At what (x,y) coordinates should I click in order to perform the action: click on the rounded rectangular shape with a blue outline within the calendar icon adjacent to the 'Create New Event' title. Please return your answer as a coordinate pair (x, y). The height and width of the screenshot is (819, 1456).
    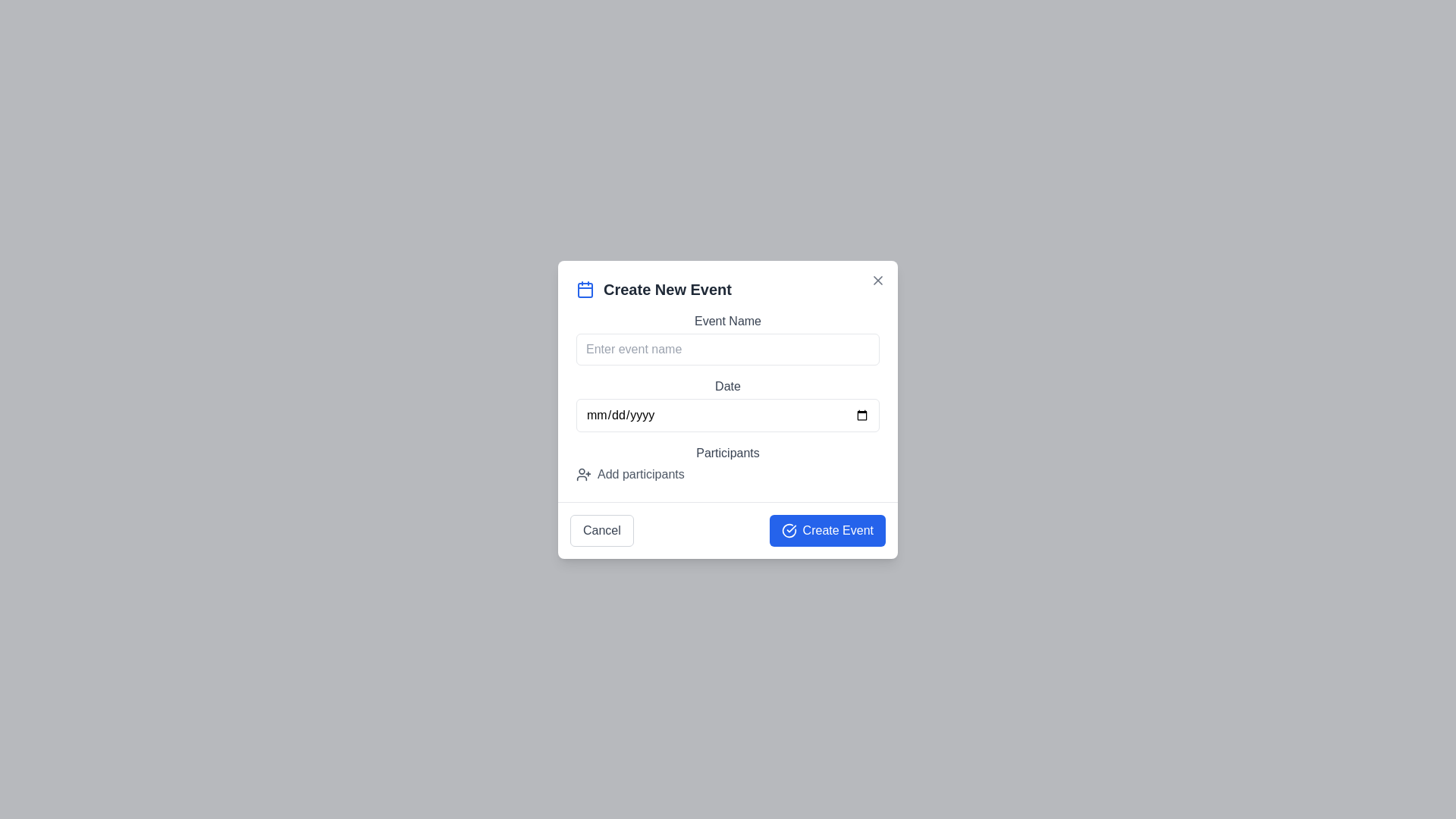
    Looking at the image, I should click on (585, 290).